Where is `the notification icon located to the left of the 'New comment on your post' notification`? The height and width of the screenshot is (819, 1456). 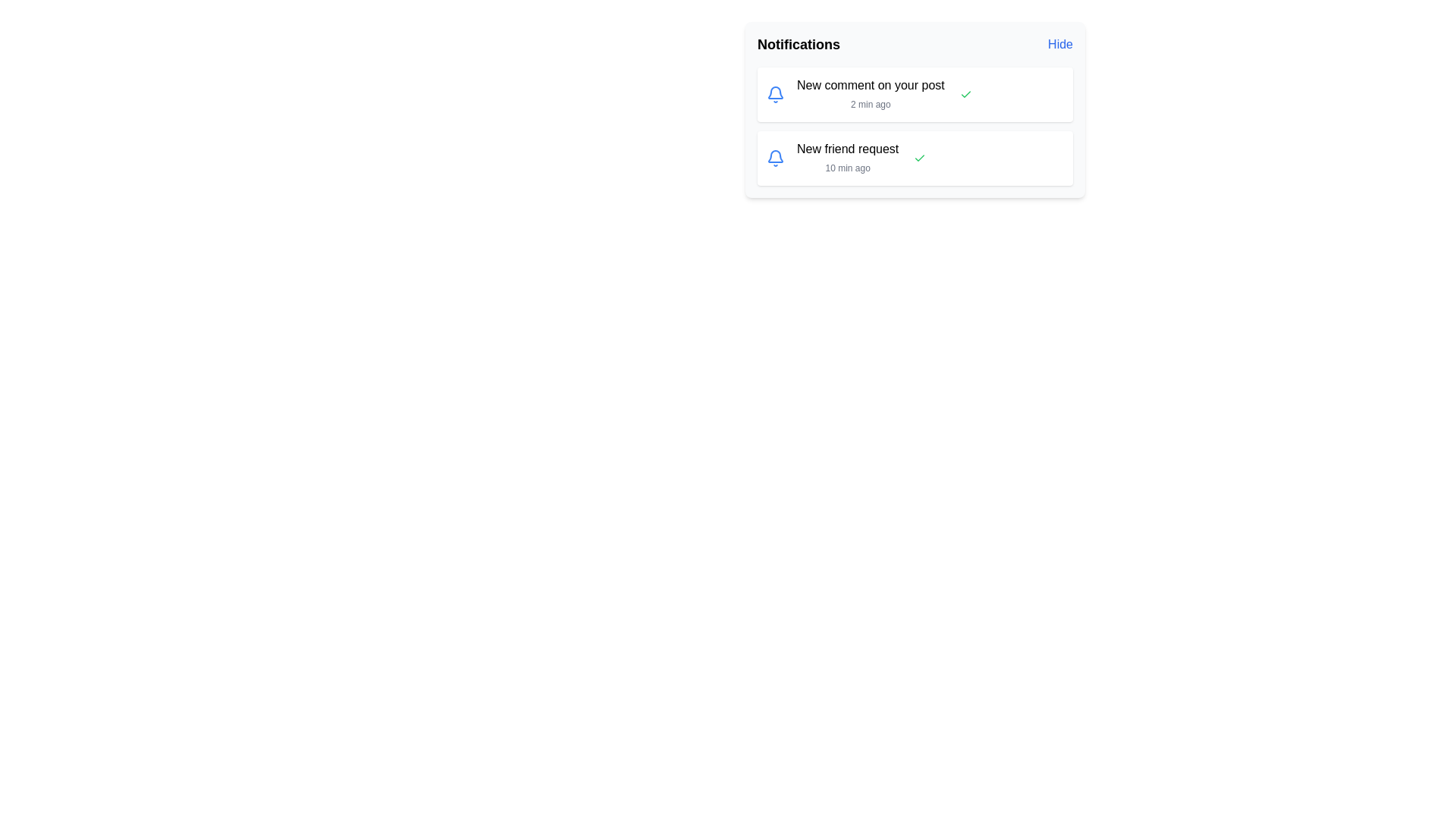 the notification icon located to the left of the 'New comment on your post' notification is located at coordinates (775, 94).